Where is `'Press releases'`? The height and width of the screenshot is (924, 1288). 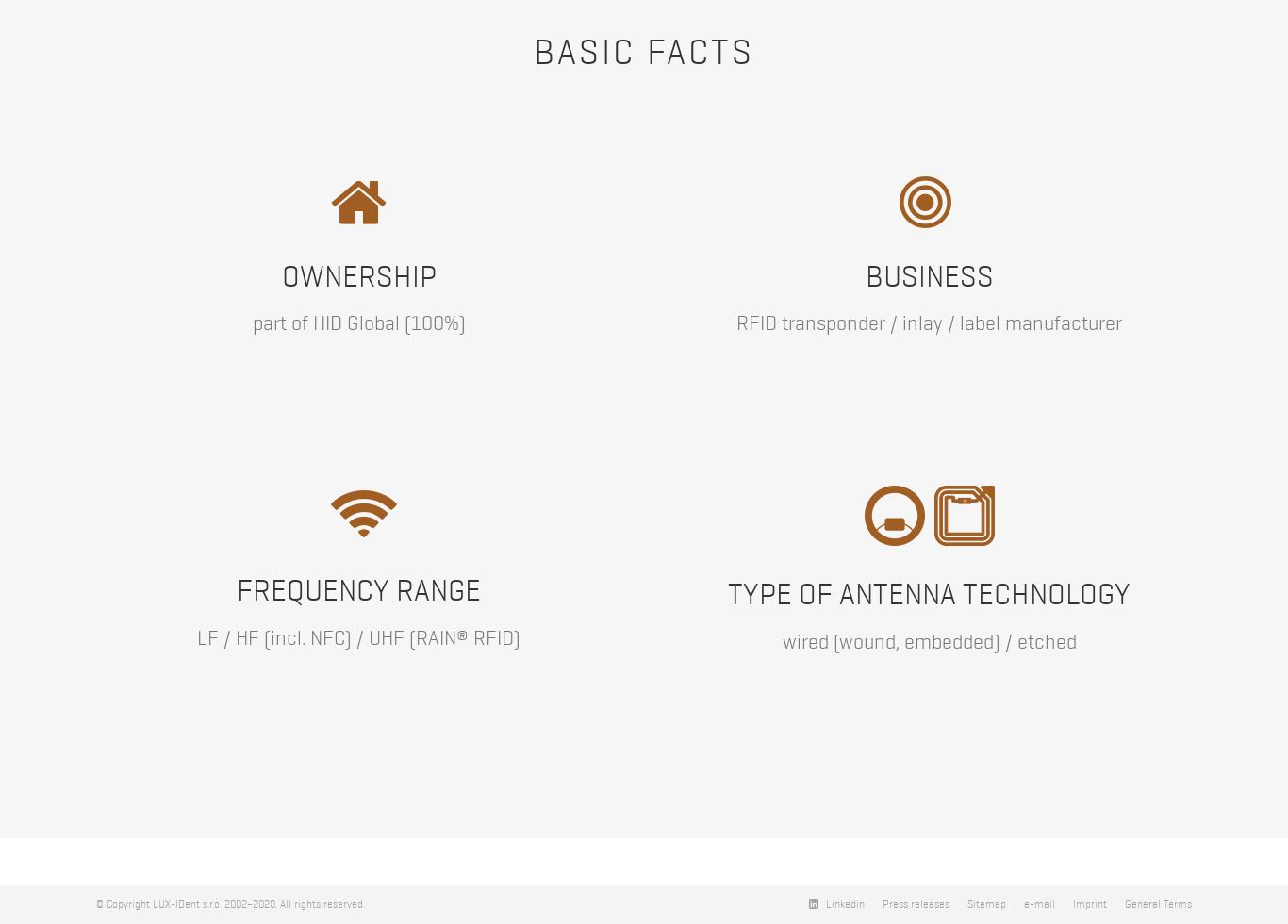
'Press releases' is located at coordinates (916, 904).